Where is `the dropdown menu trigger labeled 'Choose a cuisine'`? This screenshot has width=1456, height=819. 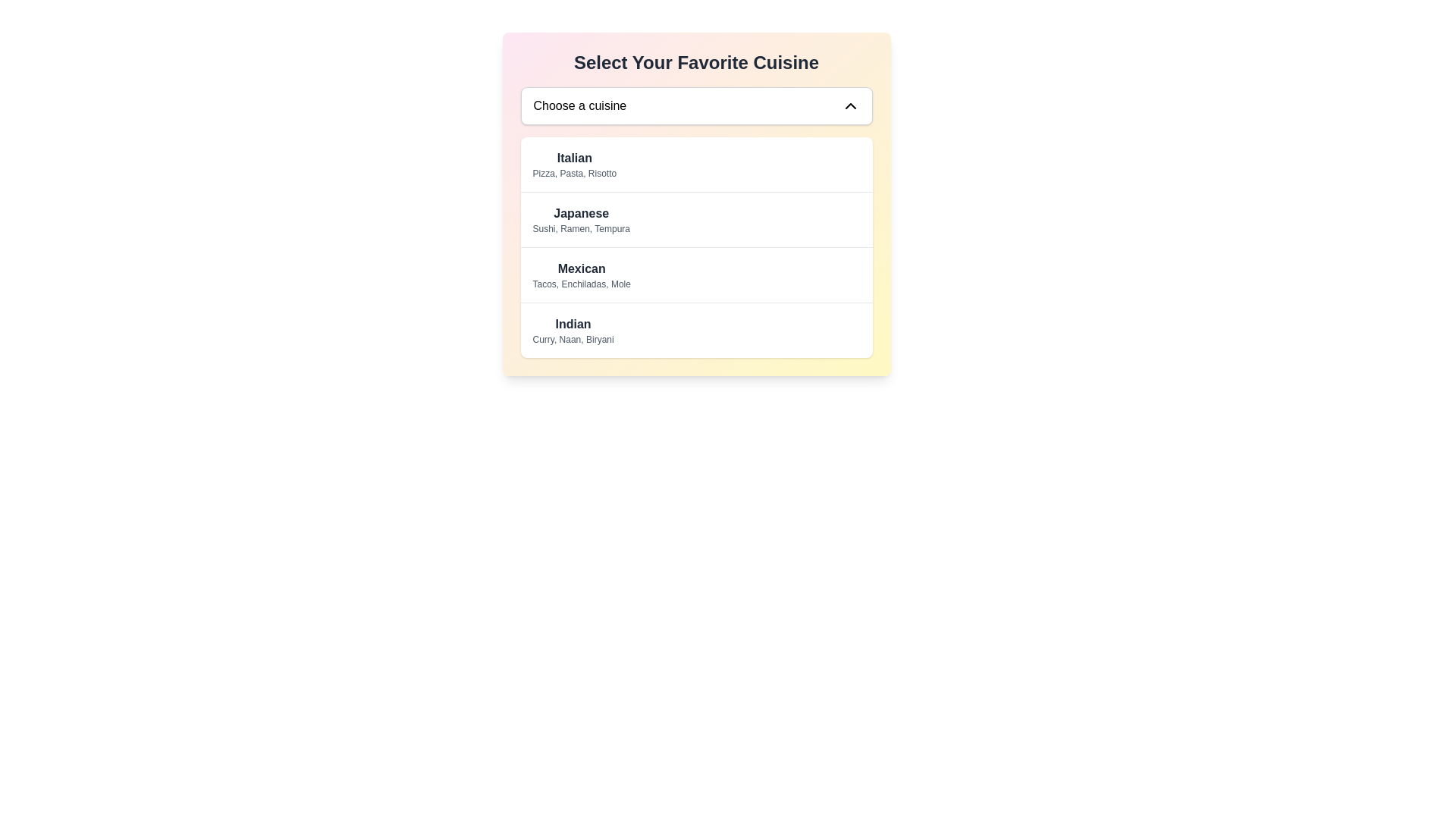
the dropdown menu trigger labeled 'Choose a cuisine' is located at coordinates (695, 105).